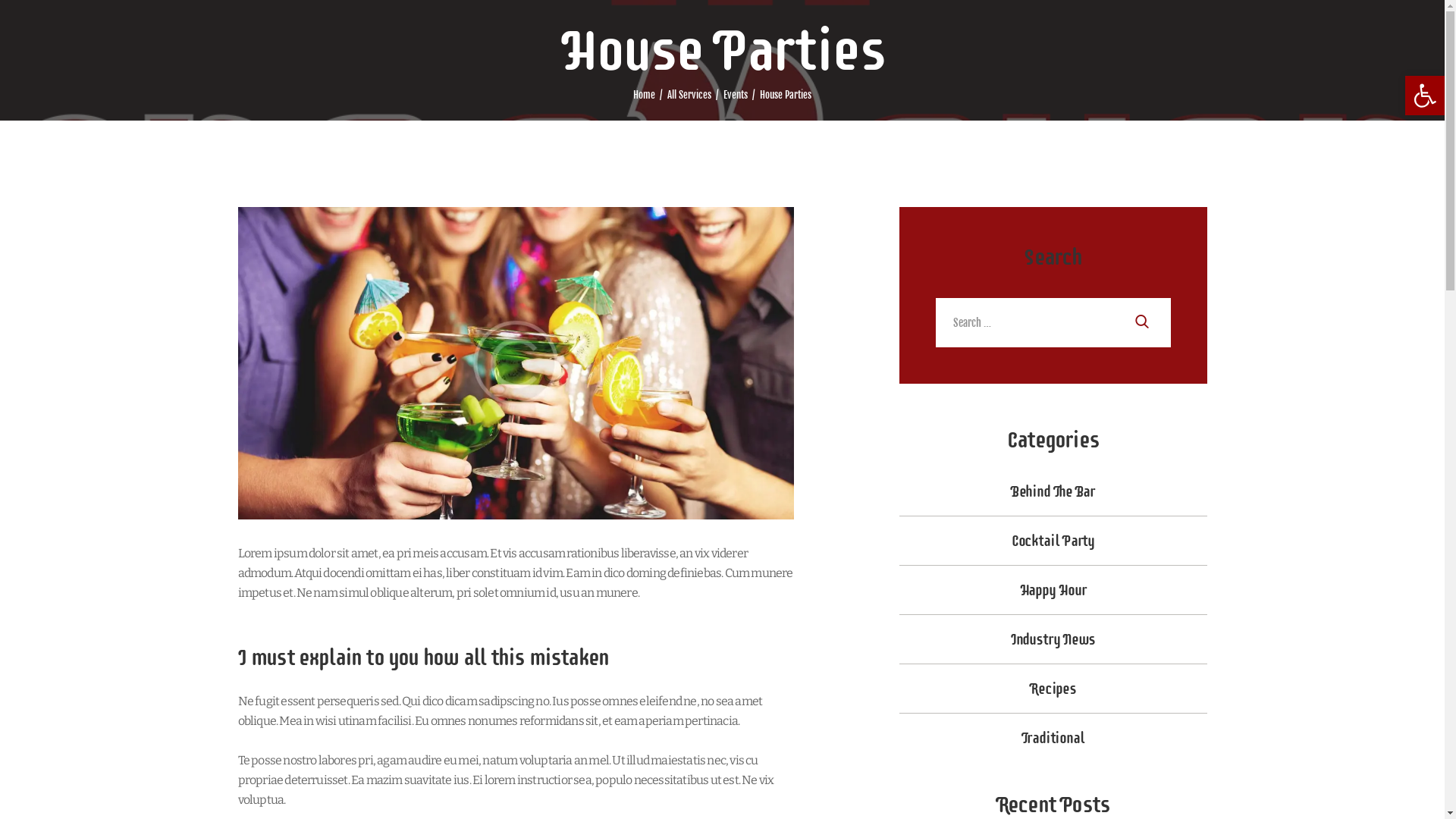 The height and width of the screenshot is (819, 1456). Describe the element at coordinates (1147, 322) in the screenshot. I see `'Search'` at that location.